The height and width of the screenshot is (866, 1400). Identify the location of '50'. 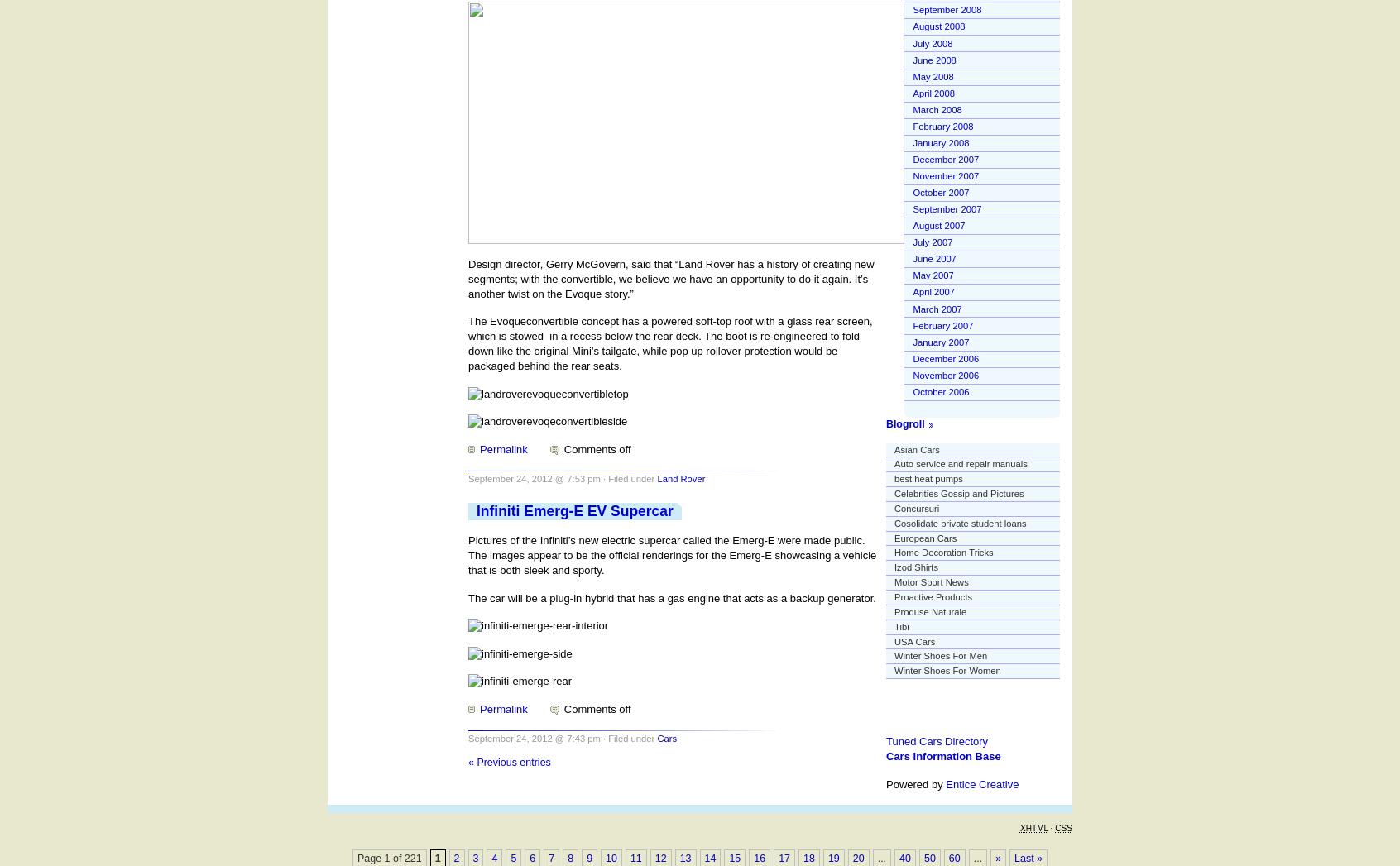
(928, 858).